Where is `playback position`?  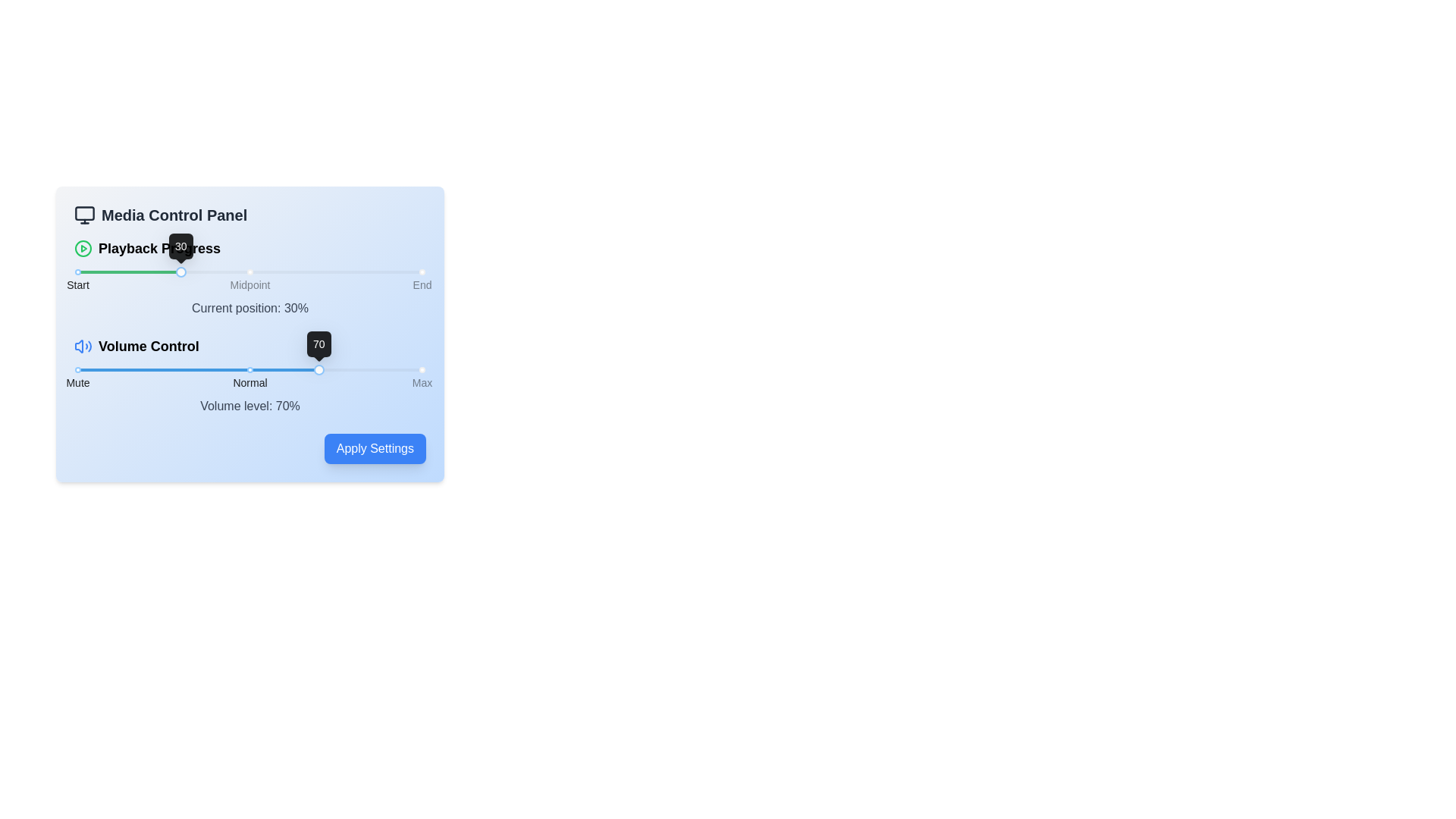
playback position is located at coordinates (308, 271).